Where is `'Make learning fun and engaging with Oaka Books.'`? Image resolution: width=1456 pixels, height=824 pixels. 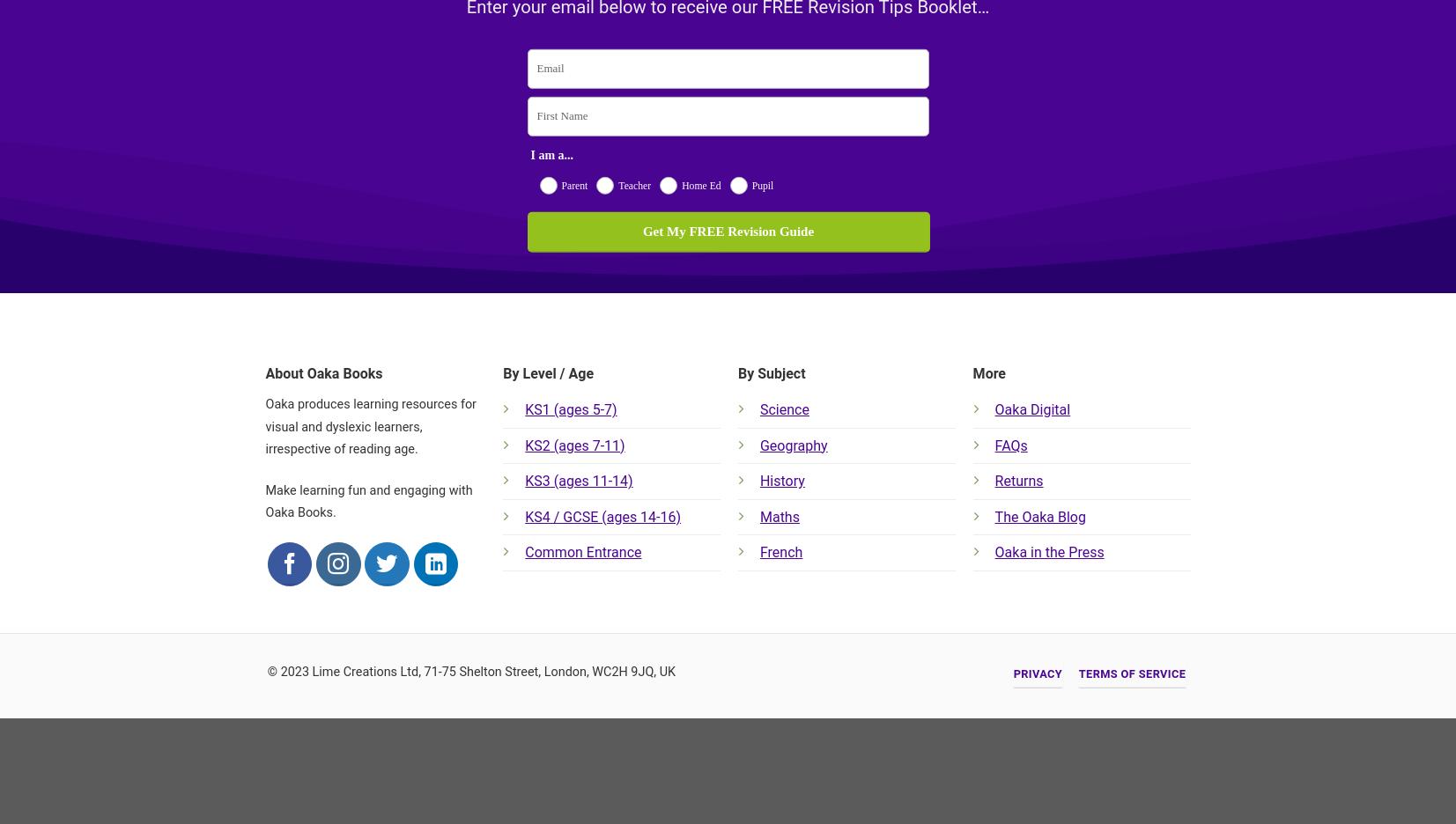 'Make learning fun and engaging with Oaka Books.' is located at coordinates (367, 500).